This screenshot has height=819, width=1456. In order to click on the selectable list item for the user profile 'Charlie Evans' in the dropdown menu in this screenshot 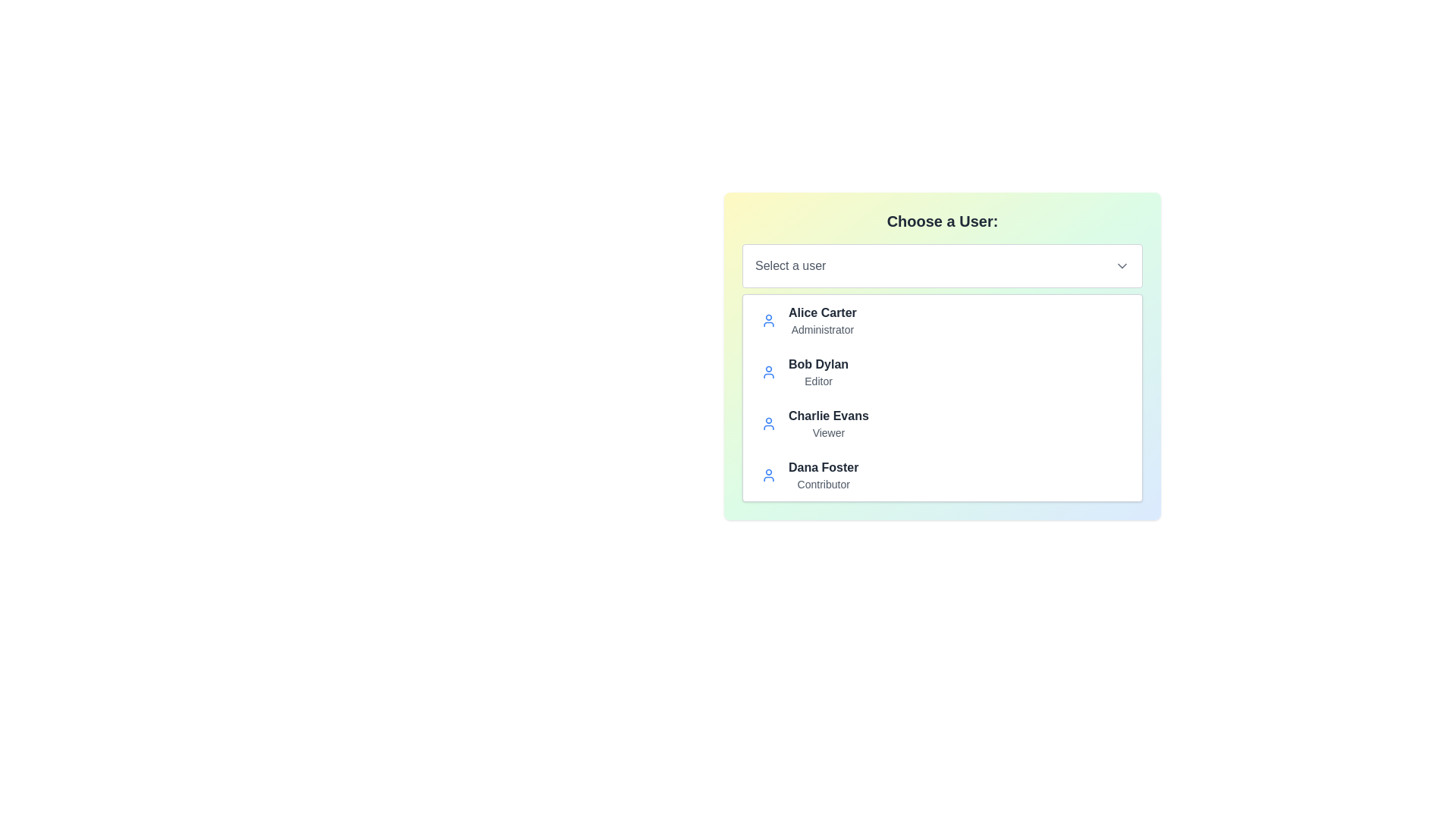, I will do `click(942, 424)`.